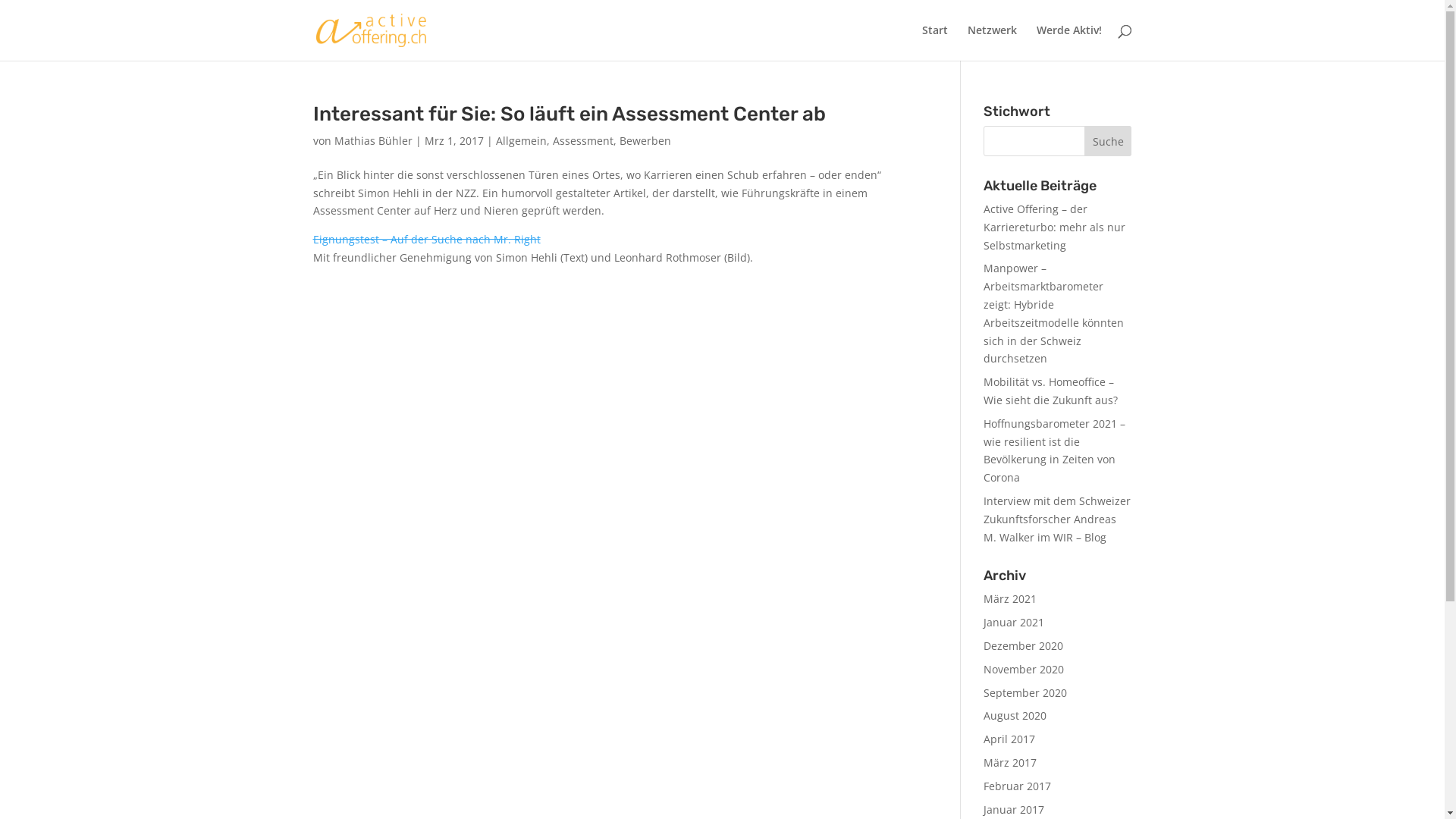 Image resolution: width=1456 pixels, height=819 pixels. I want to click on 'Netzwerk', so click(992, 42).